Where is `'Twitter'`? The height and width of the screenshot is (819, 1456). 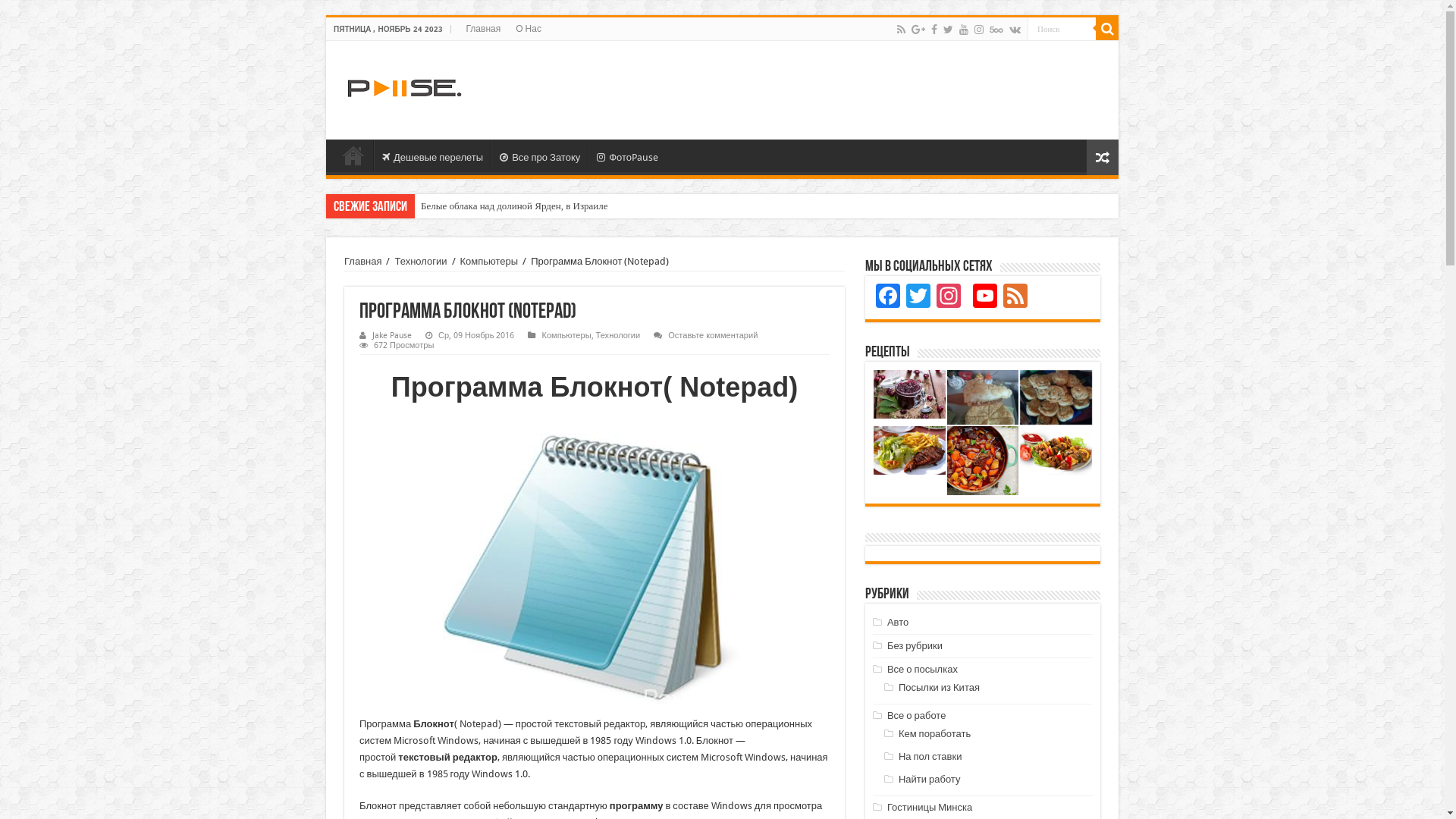 'Twitter' is located at coordinates (917, 297).